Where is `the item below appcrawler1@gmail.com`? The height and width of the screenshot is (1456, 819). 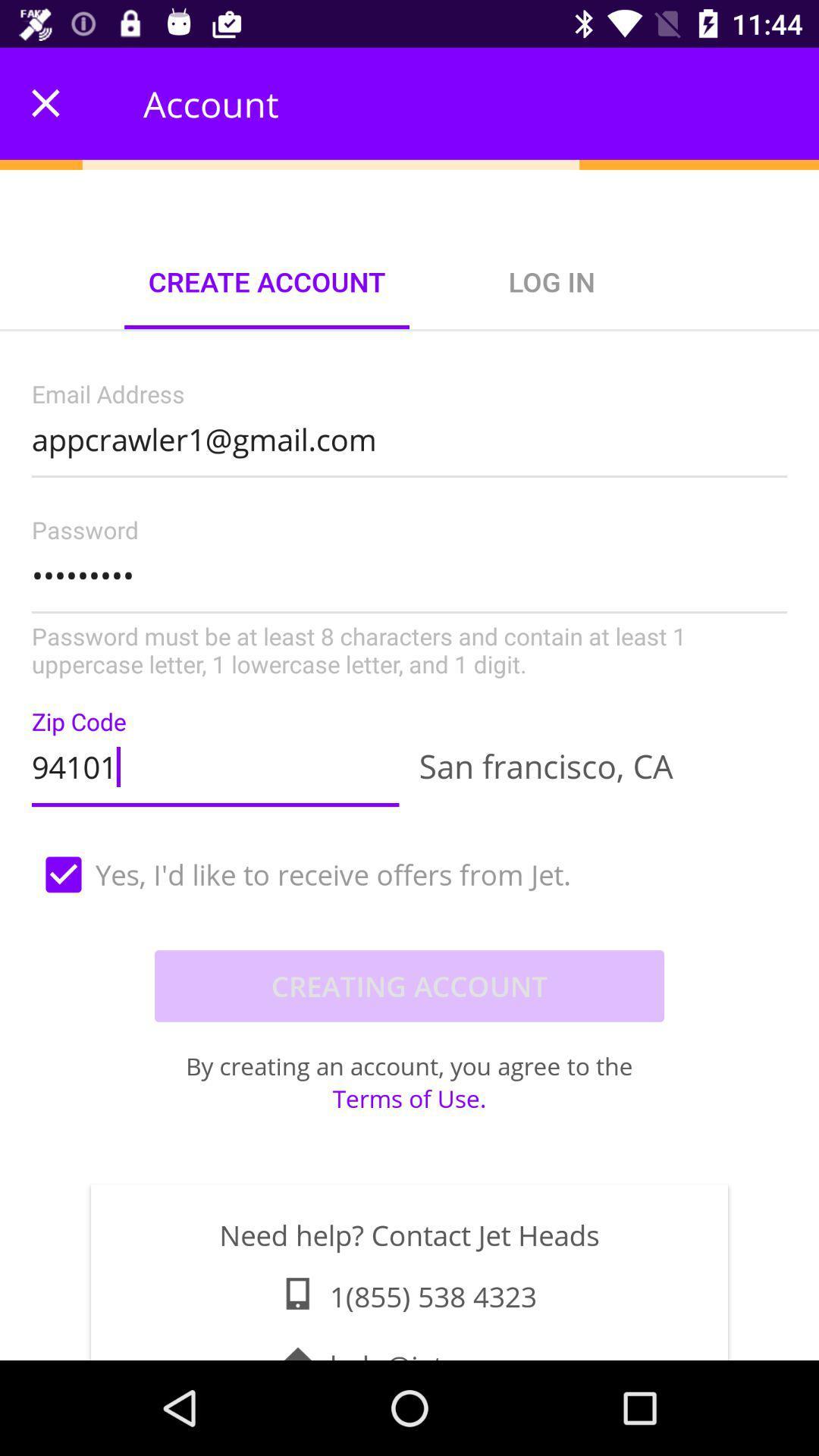
the item below appcrawler1@gmail.com is located at coordinates (409, 598).